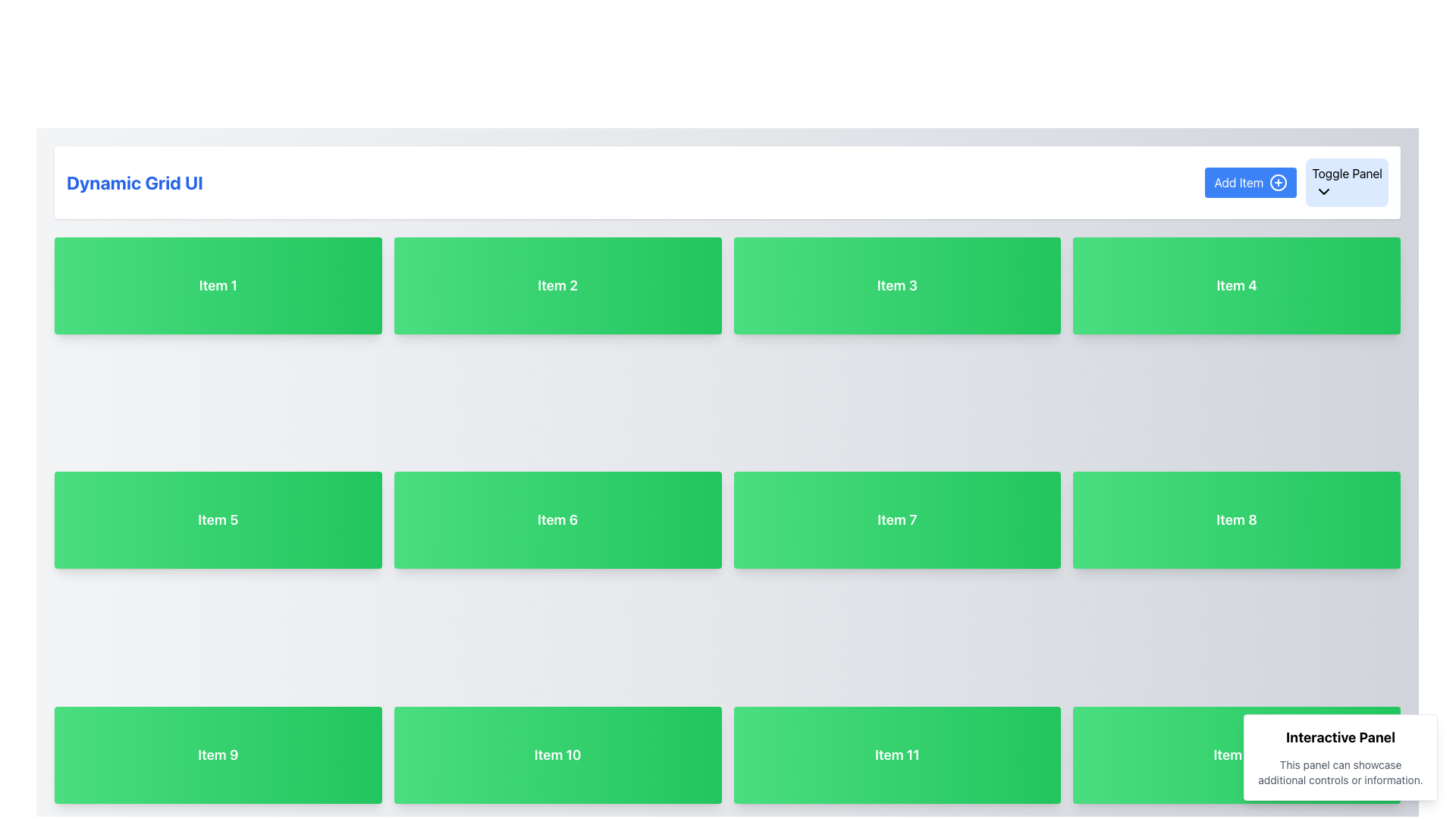 Image resolution: width=1456 pixels, height=819 pixels. What do you see at coordinates (1323, 191) in the screenshot?
I see `the chevron icon representing the toggle functionality associated with the 'Toggle Panel' label` at bounding box center [1323, 191].